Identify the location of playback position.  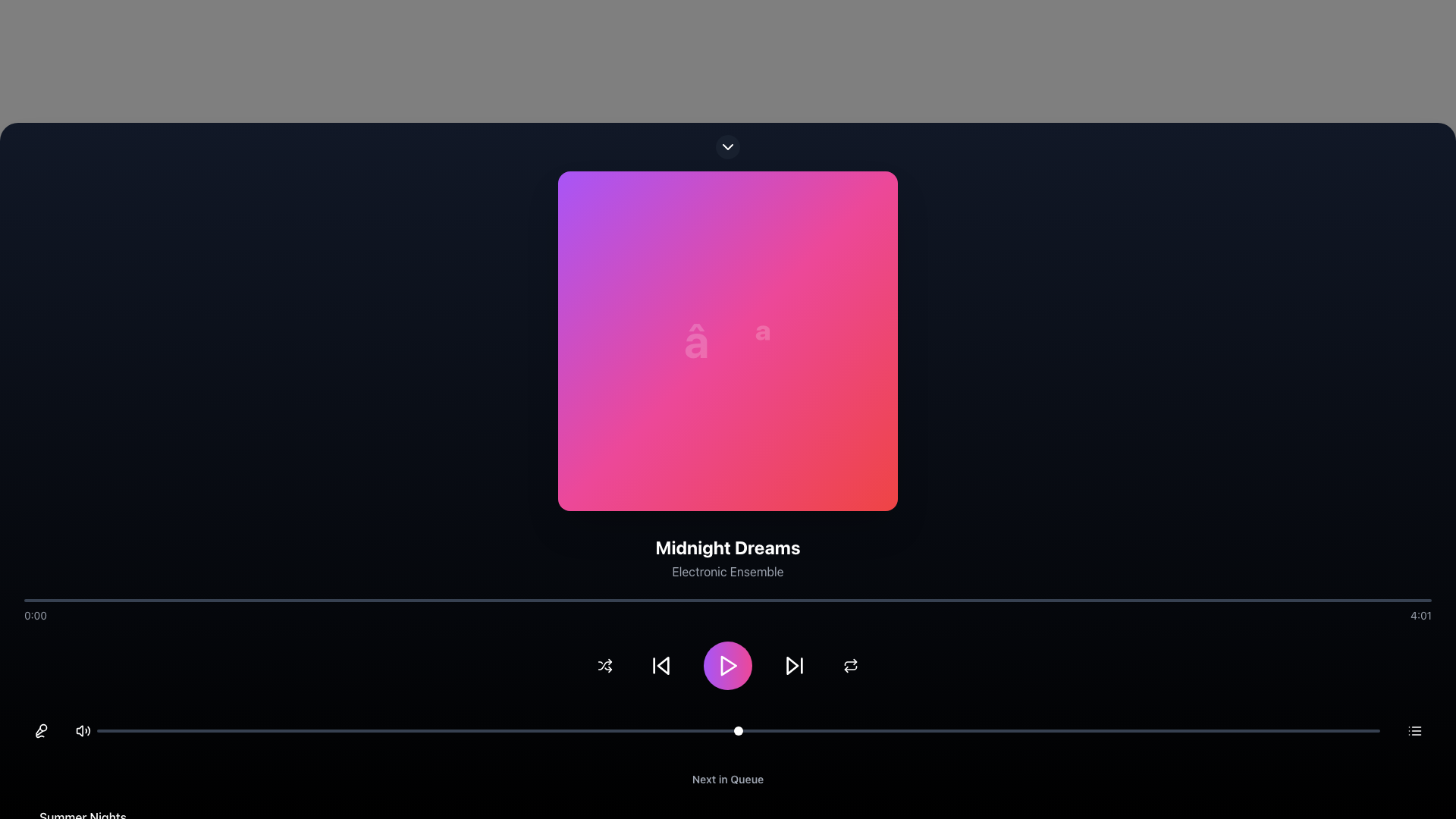
(418, 599).